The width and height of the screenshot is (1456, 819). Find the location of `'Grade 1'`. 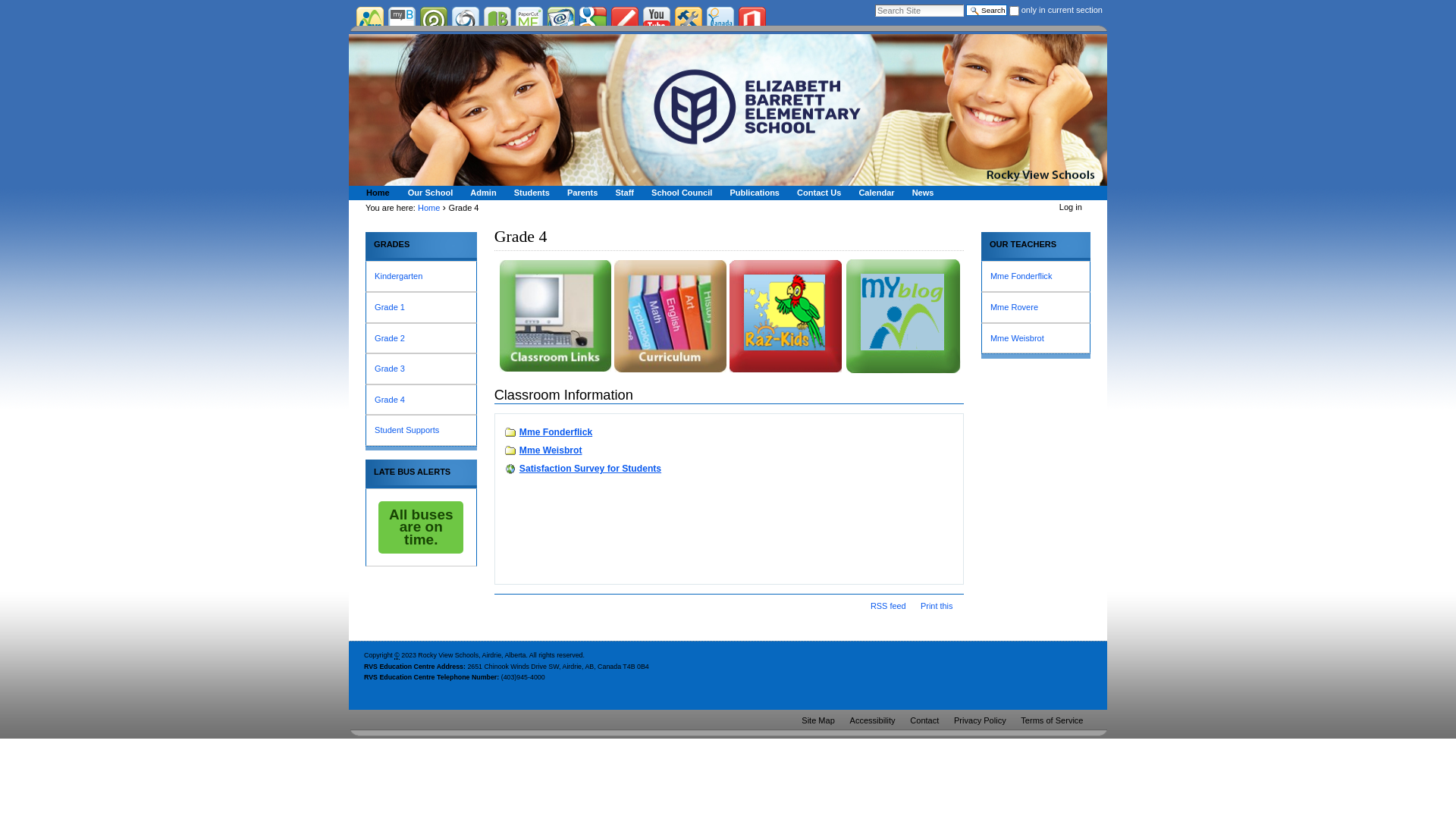

'Grade 1' is located at coordinates (421, 307).